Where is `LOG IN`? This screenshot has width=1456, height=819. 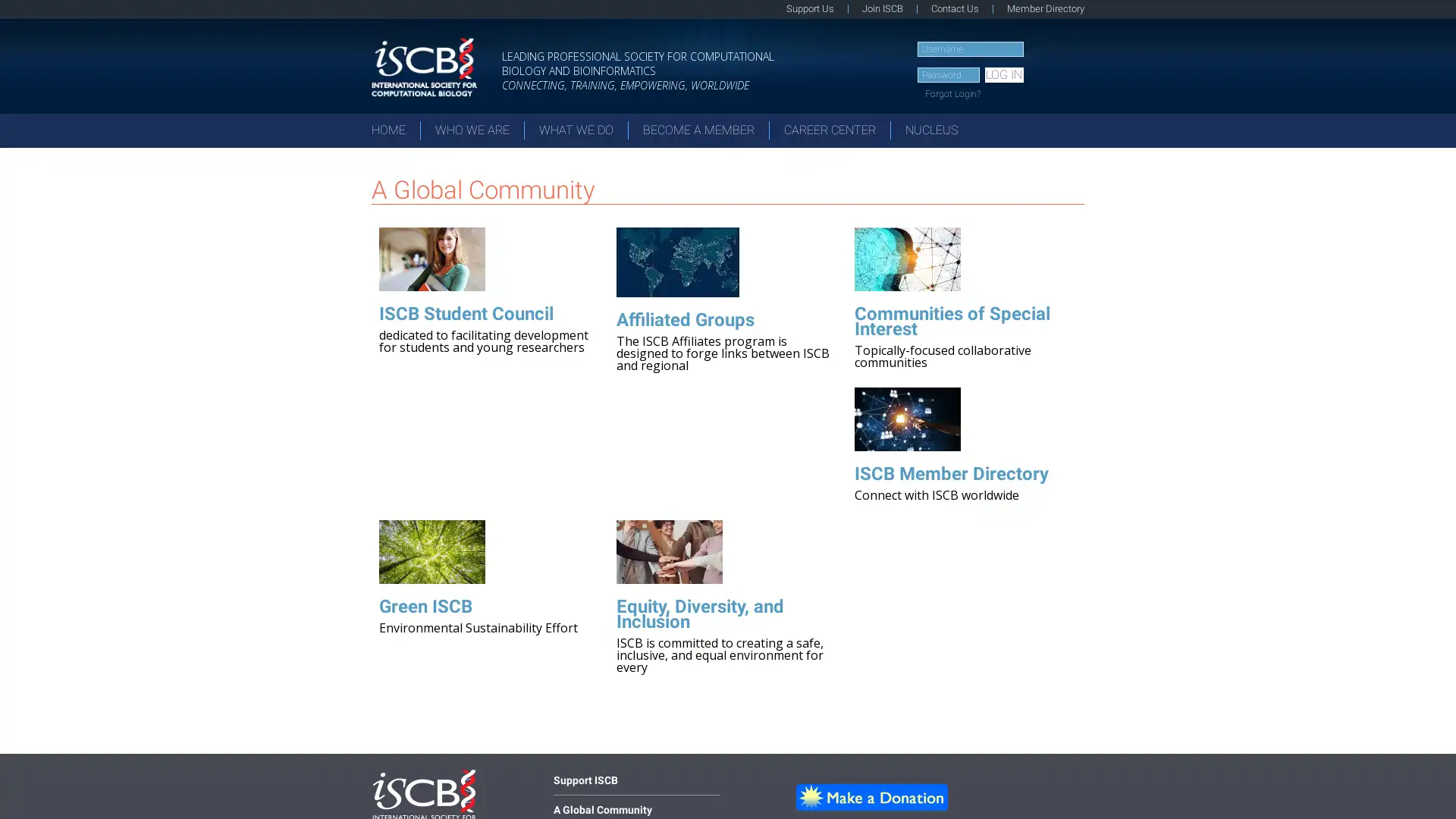 LOG IN is located at coordinates (1003, 75).